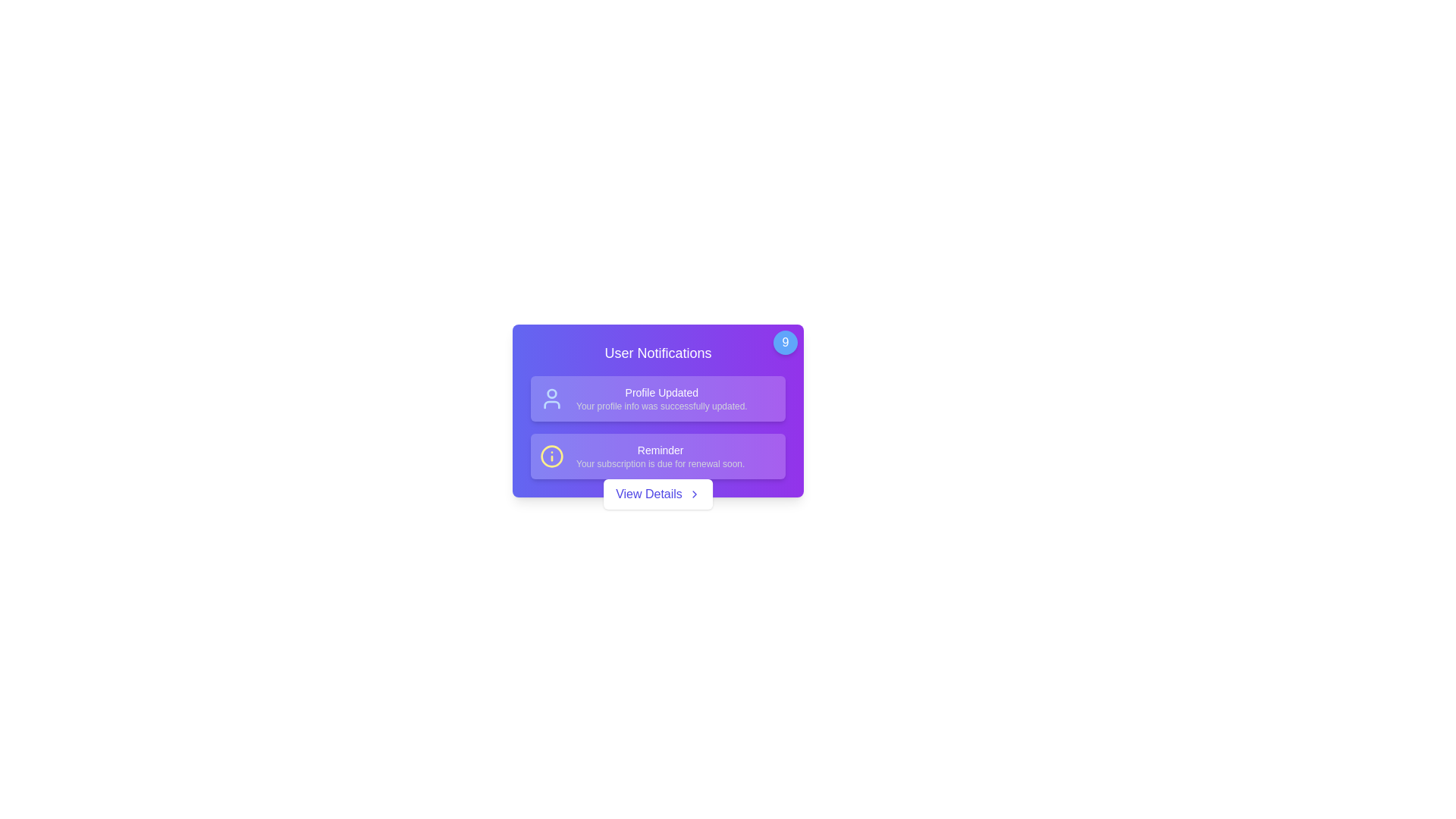  What do you see at coordinates (658, 397) in the screenshot?
I see `the Notification Panel displaying 'Profile Updated' with the description 'Your profile info was successfully updated'` at bounding box center [658, 397].